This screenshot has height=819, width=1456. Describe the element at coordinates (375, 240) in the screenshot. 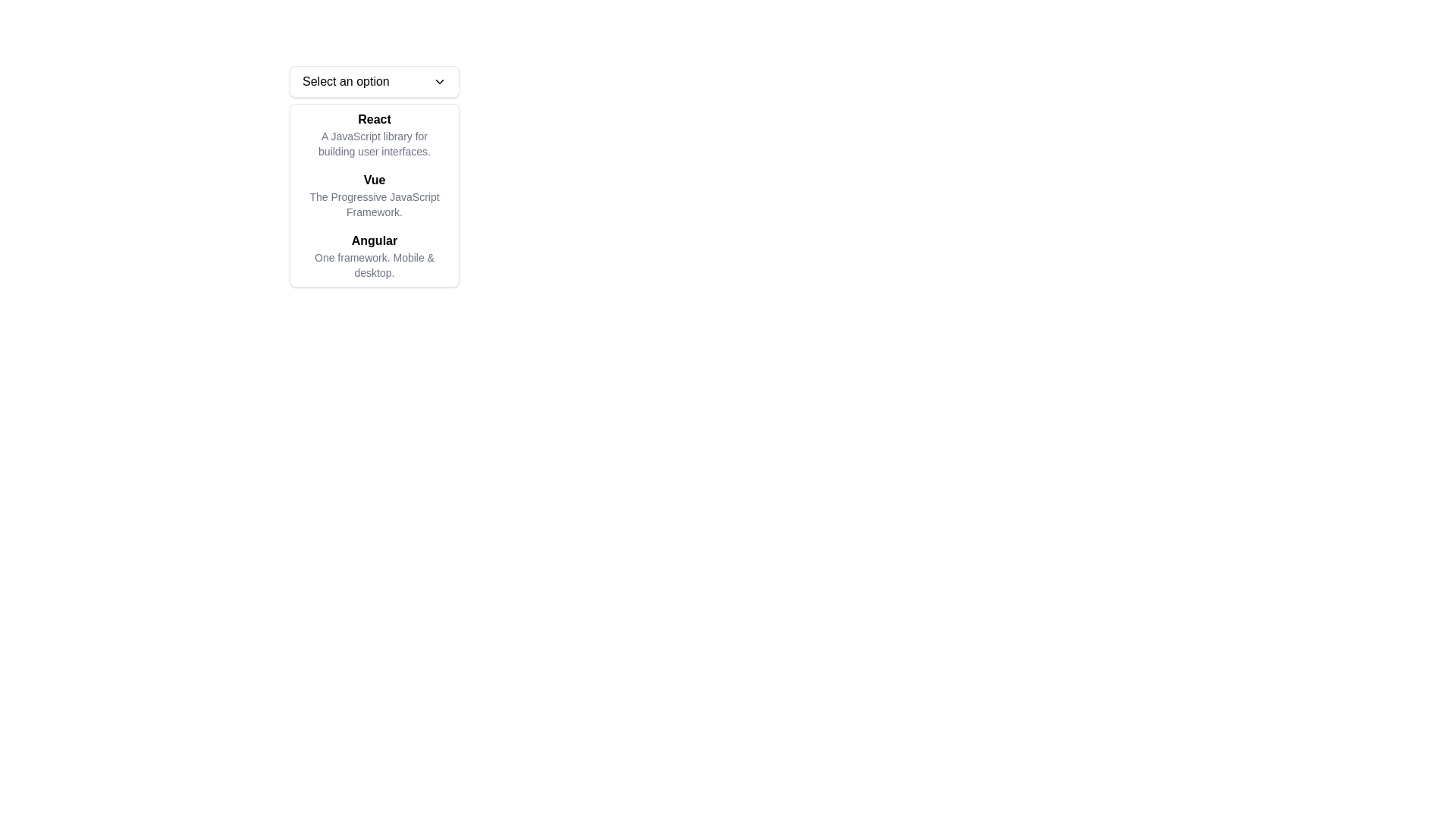

I see `text label that says 'Angular', which is a bold title of the first item in a dropdown menu list, positioned above its description` at that location.